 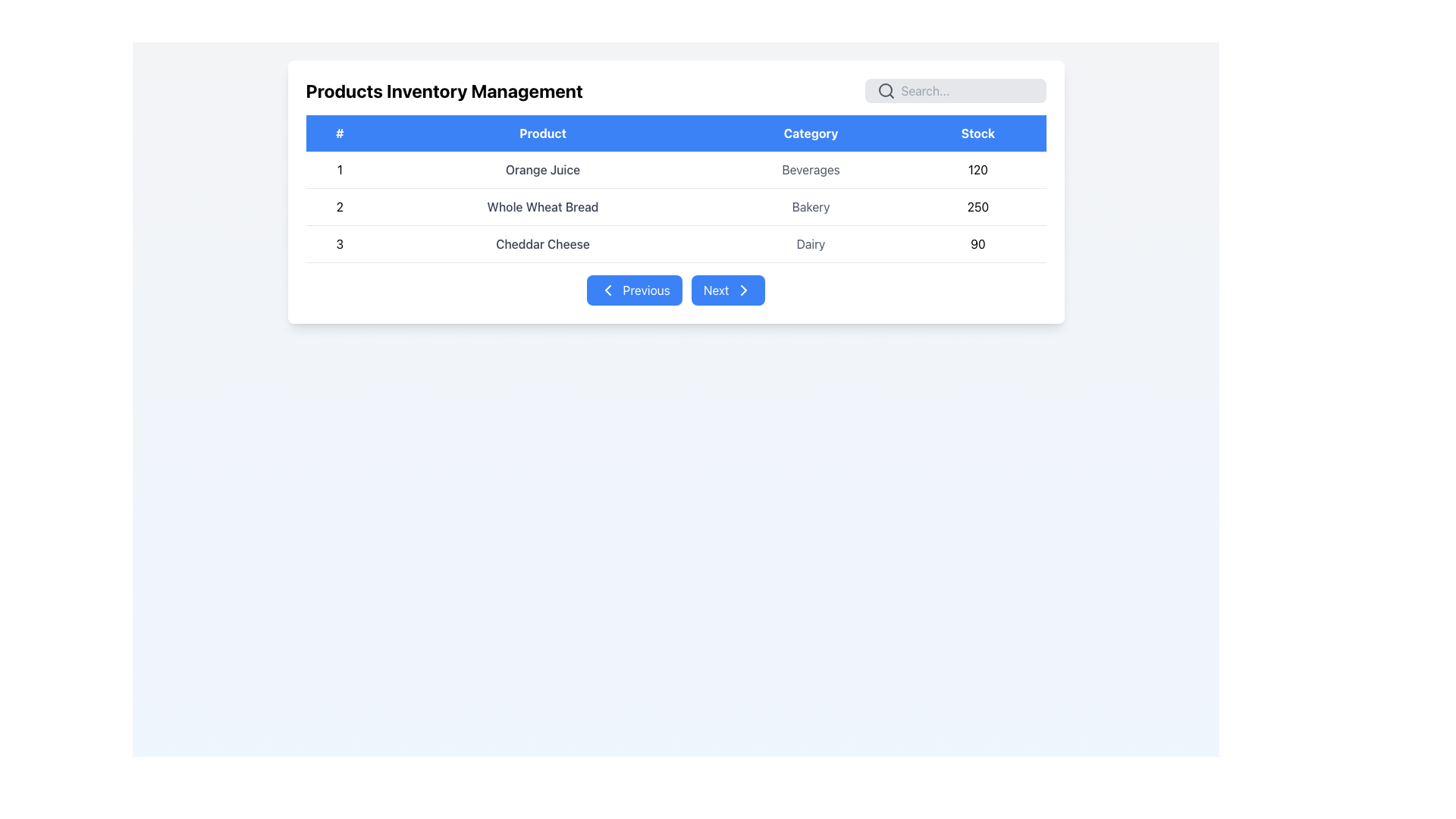 I want to click on the navigation button, which is the second button from the left in a horizontal group of two buttons below the main content table, so click(x=728, y=290).